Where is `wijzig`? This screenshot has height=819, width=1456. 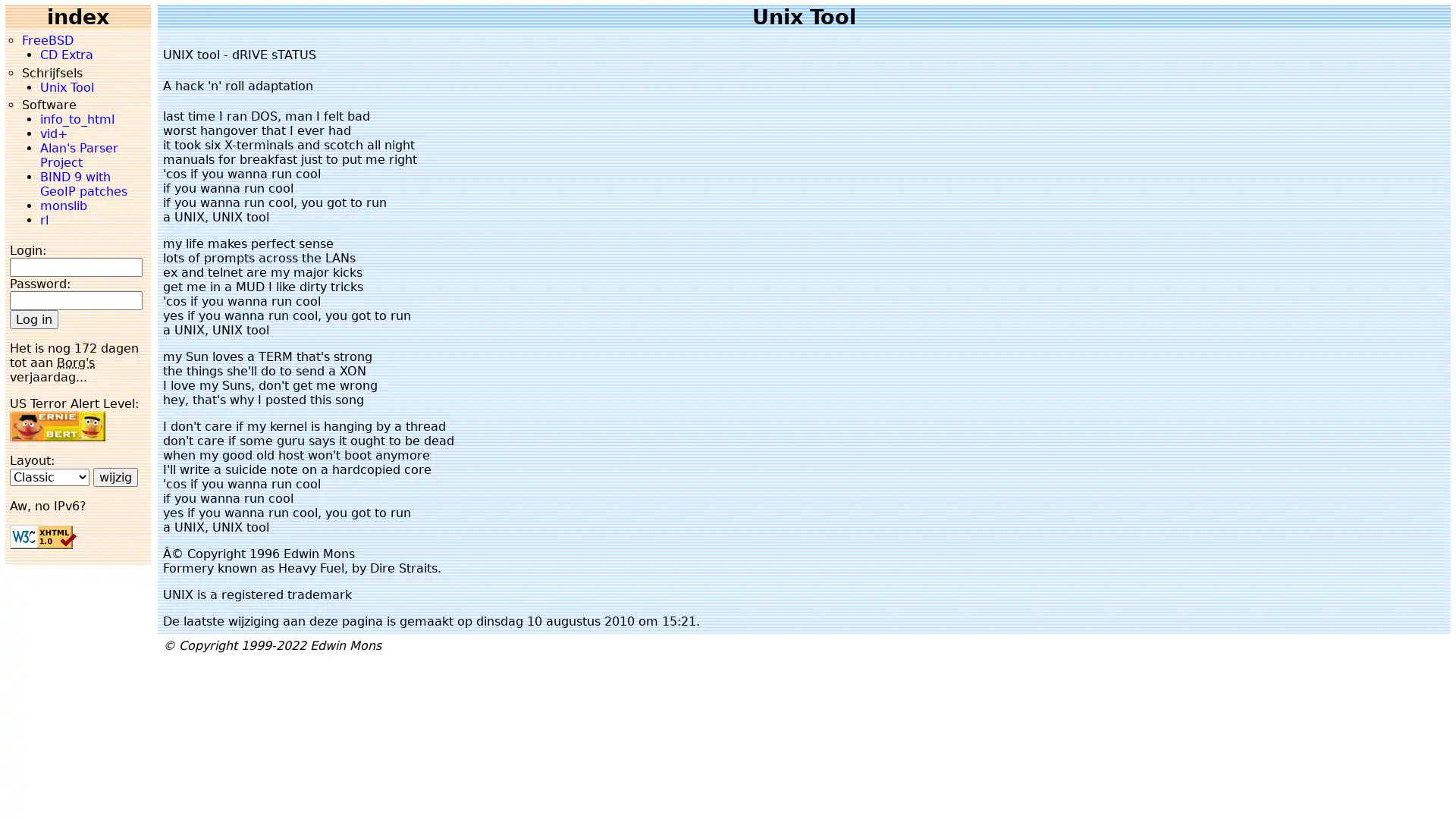
wijzig is located at coordinates (115, 475).